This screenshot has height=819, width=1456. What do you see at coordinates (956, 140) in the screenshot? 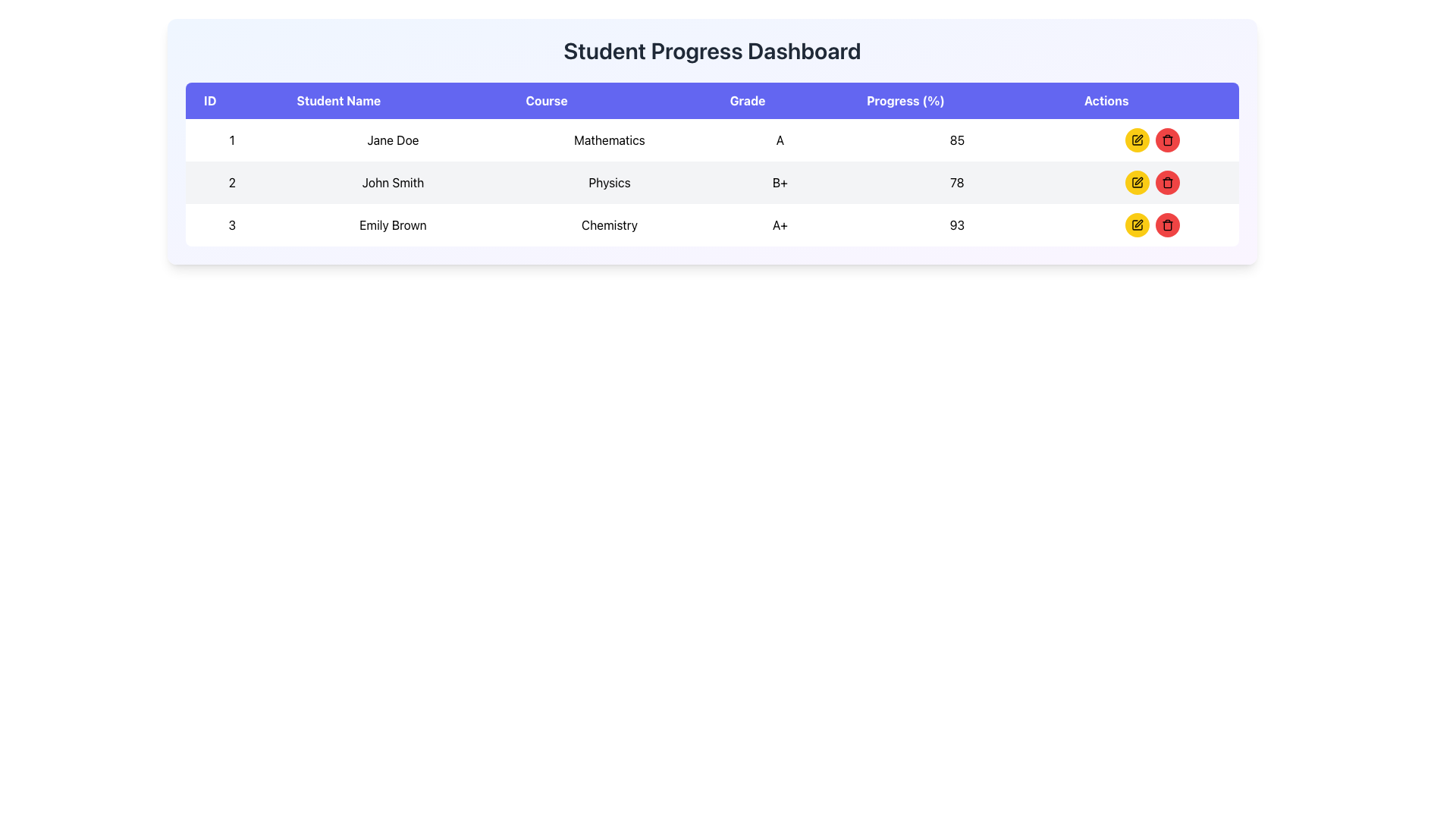
I see `the numeric value '85' displayed in the 'Progress (%)' column for Jane Doe, which is the fifth cell in the row` at bounding box center [956, 140].